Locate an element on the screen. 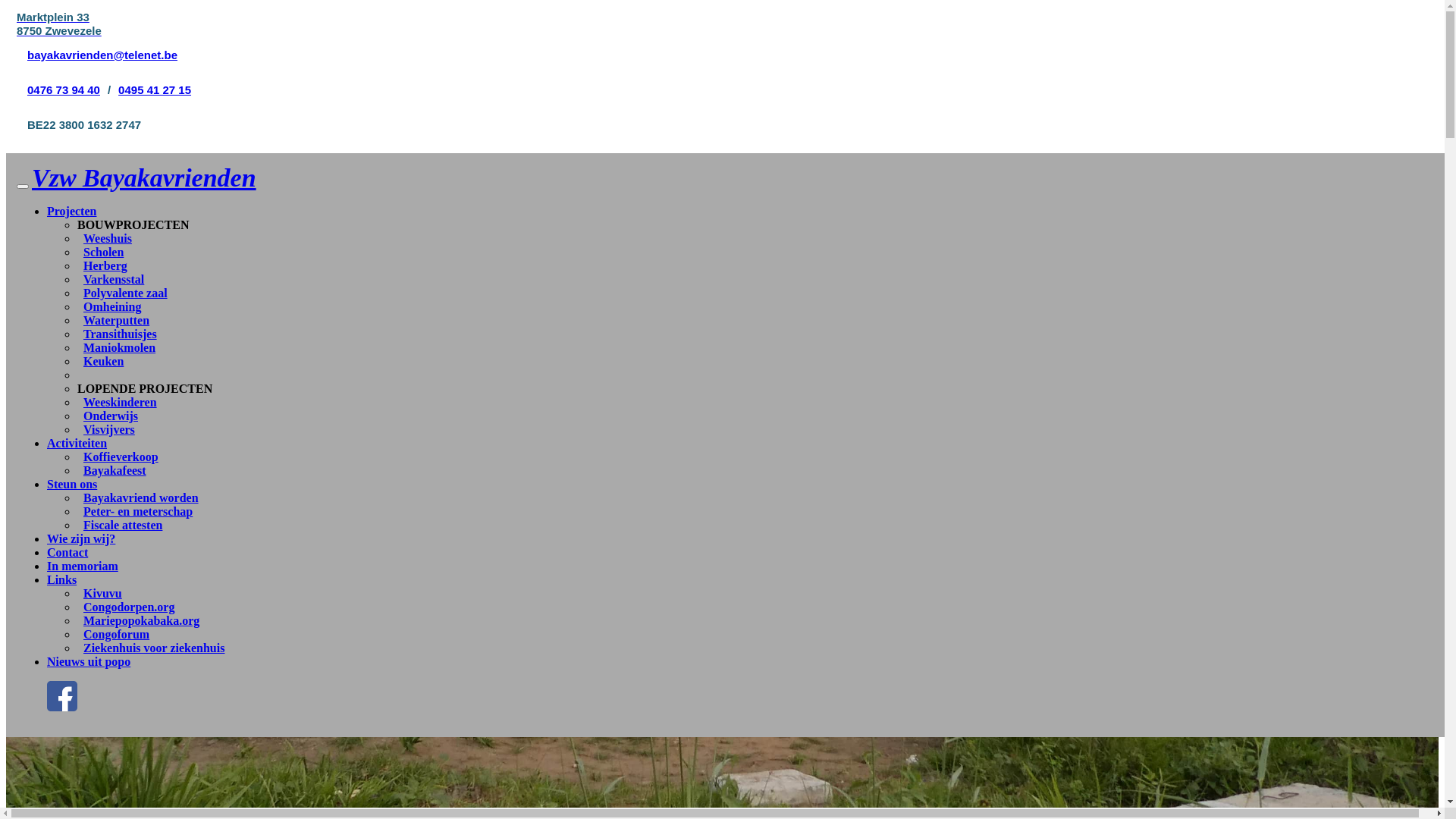  'Projecten' is located at coordinates (71, 211).